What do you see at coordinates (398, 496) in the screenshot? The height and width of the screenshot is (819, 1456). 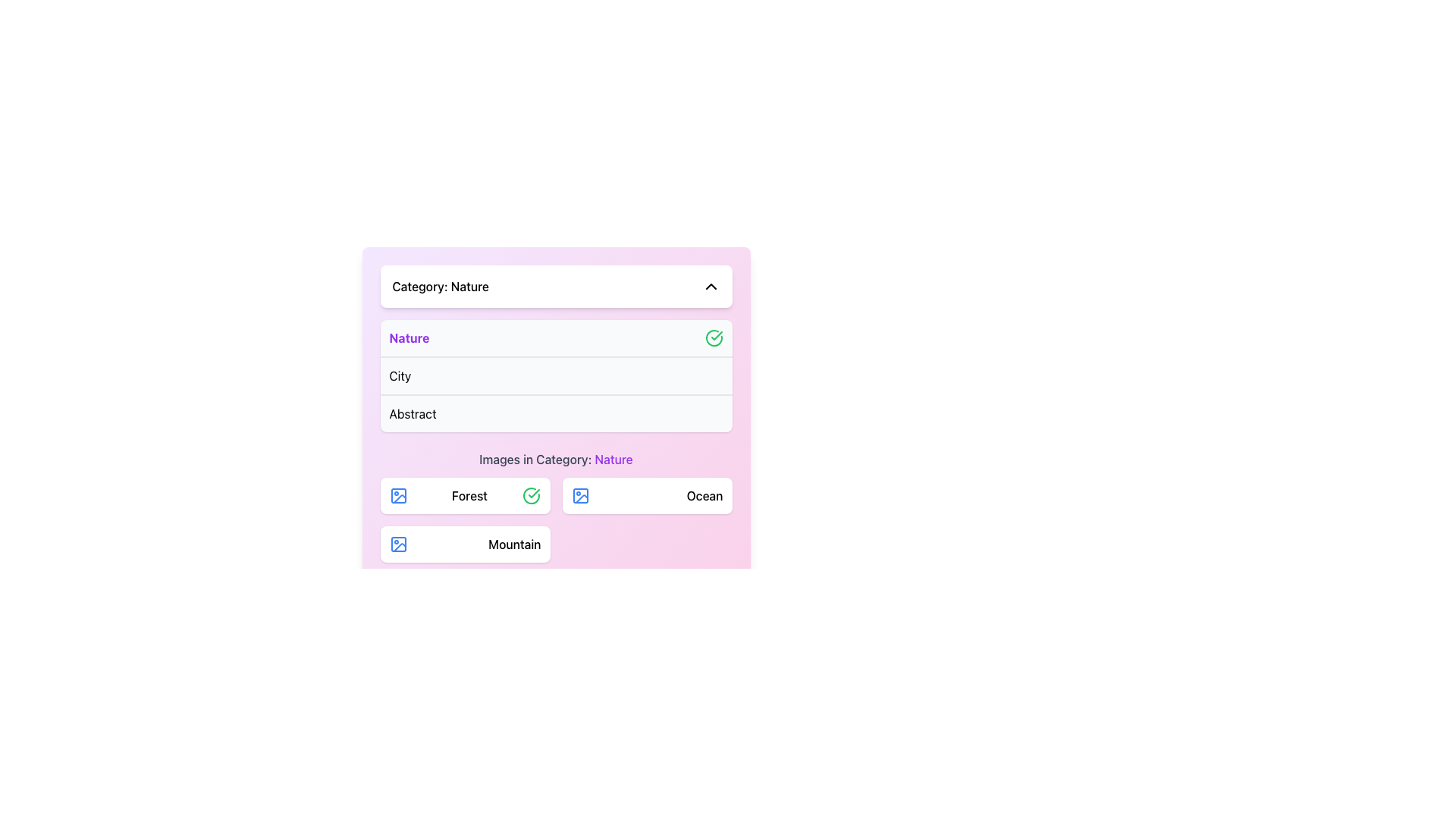 I see `the icon representing images in the 'Forest' category, which is aligned horizontally with the text 'Forest' and a green checkmark icon` at bounding box center [398, 496].